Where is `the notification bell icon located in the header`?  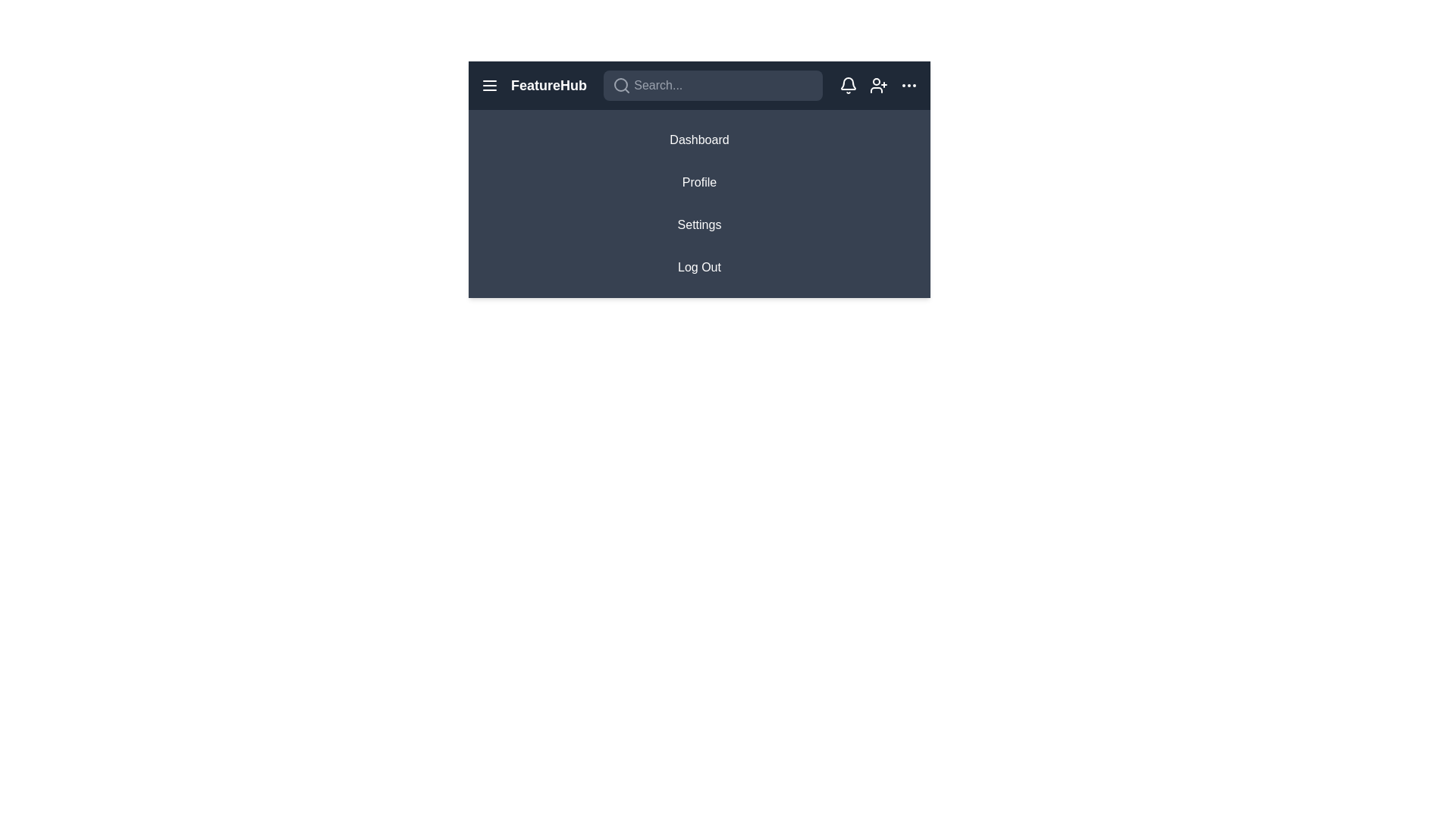 the notification bell icon located in the header is located at coordinates (847, 85).